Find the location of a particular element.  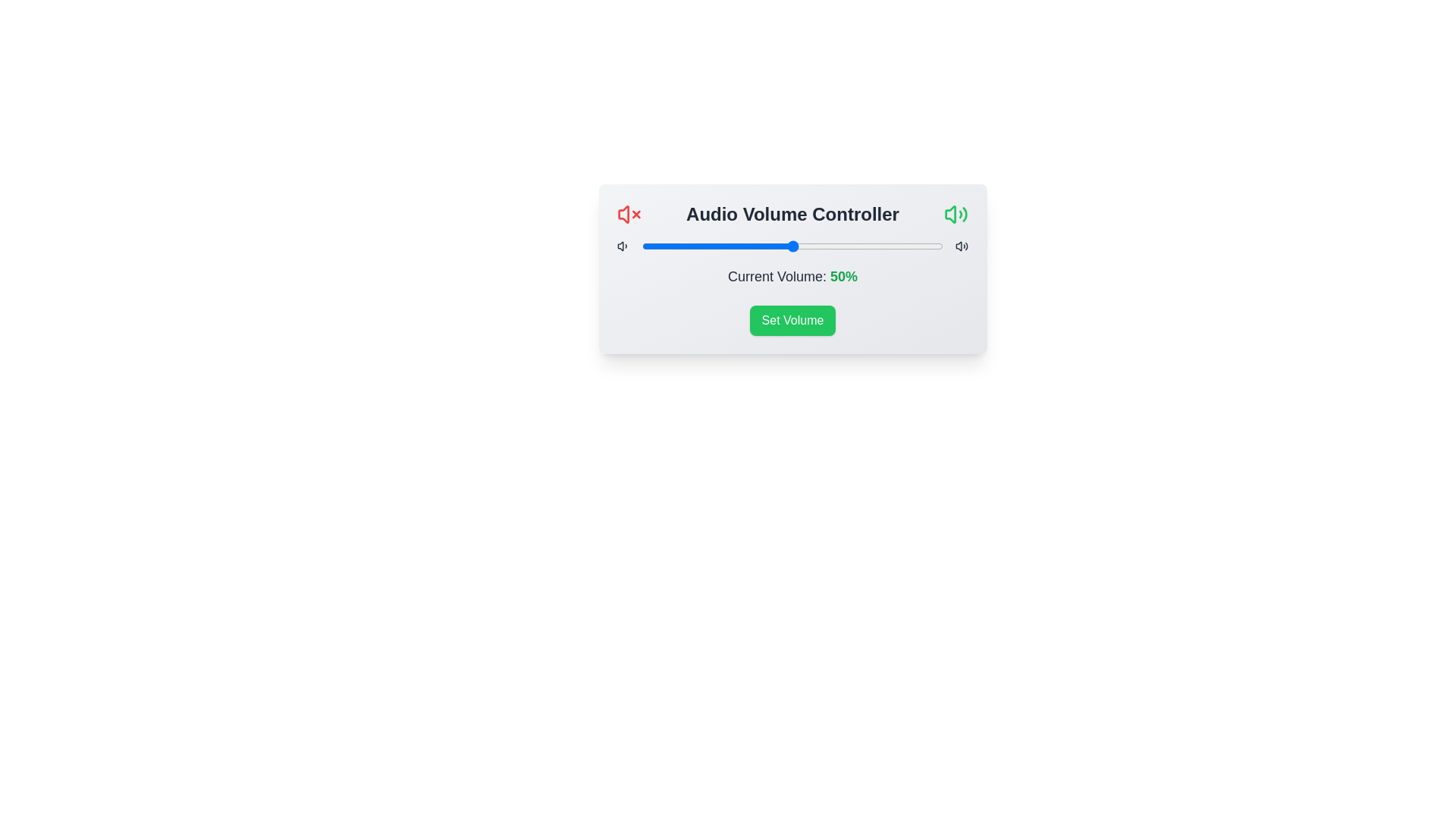

the 'Set Volume' button is located at coordinates (792, 320).